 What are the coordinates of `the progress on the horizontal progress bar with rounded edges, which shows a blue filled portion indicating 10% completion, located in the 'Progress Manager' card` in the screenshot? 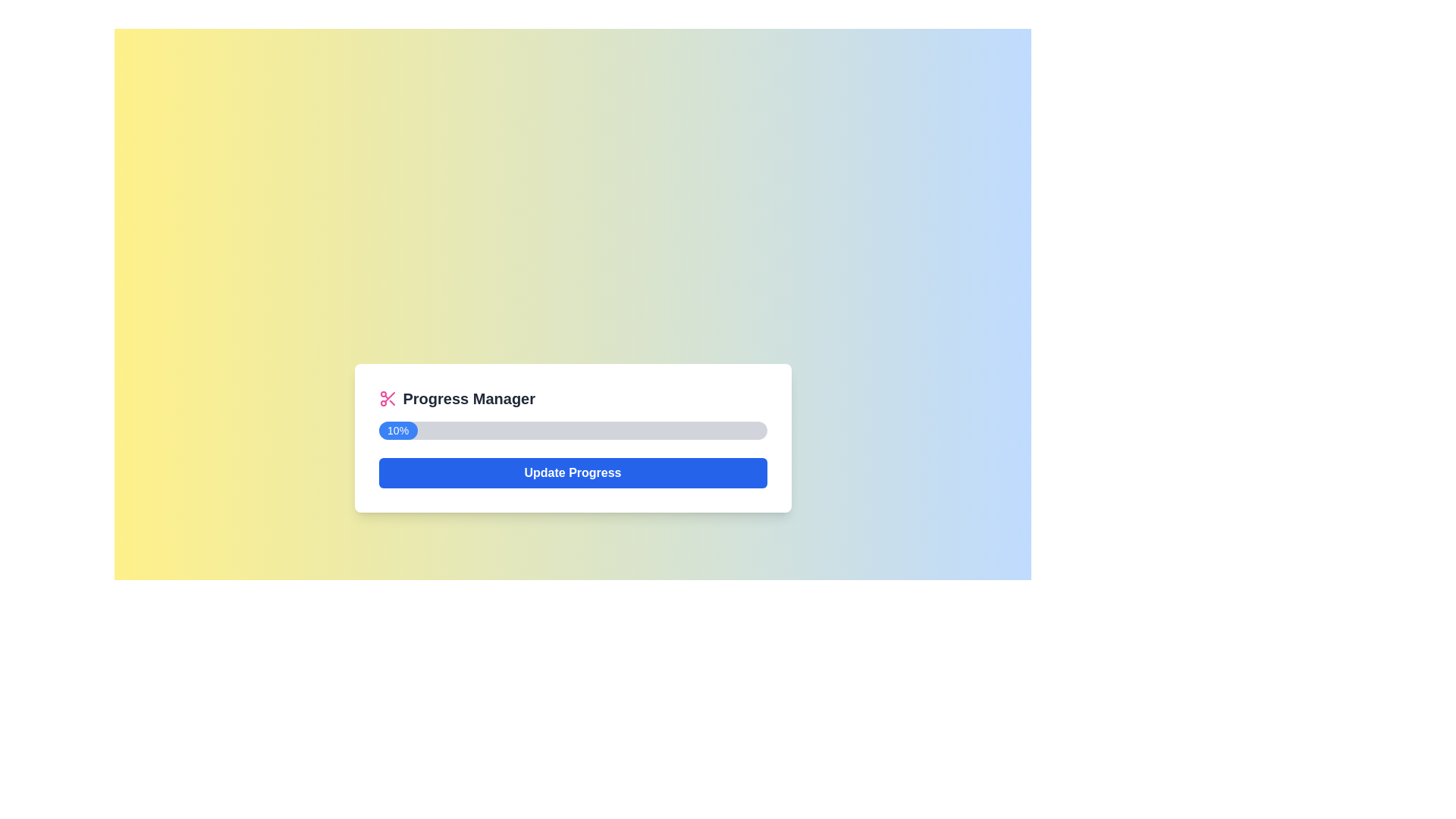 It's located at (572, 430).